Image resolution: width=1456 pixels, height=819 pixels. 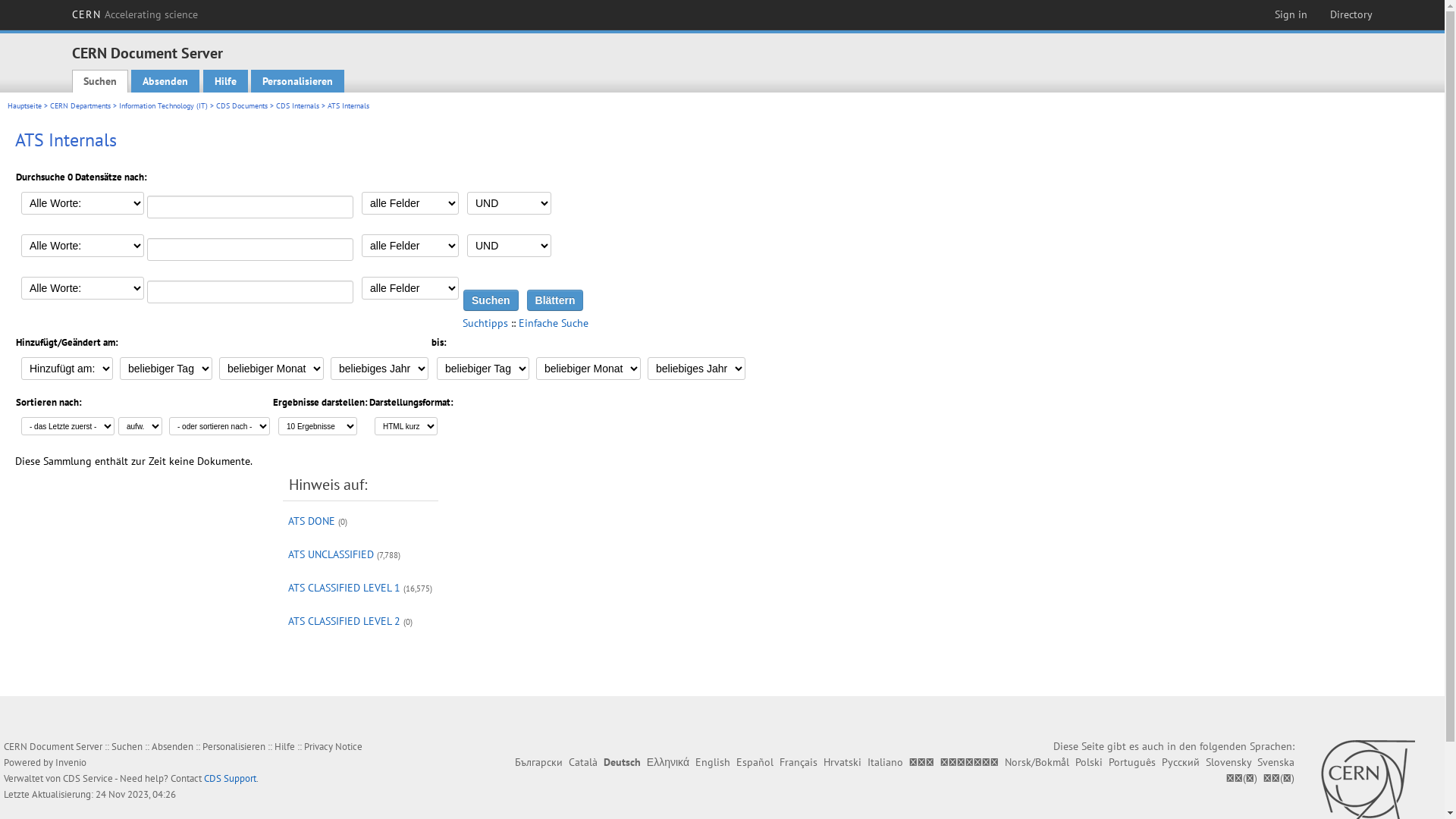 What do you see at coordinates (712, 762) in the screenshot?
I see `'English'` at bounding box center [712, 762].